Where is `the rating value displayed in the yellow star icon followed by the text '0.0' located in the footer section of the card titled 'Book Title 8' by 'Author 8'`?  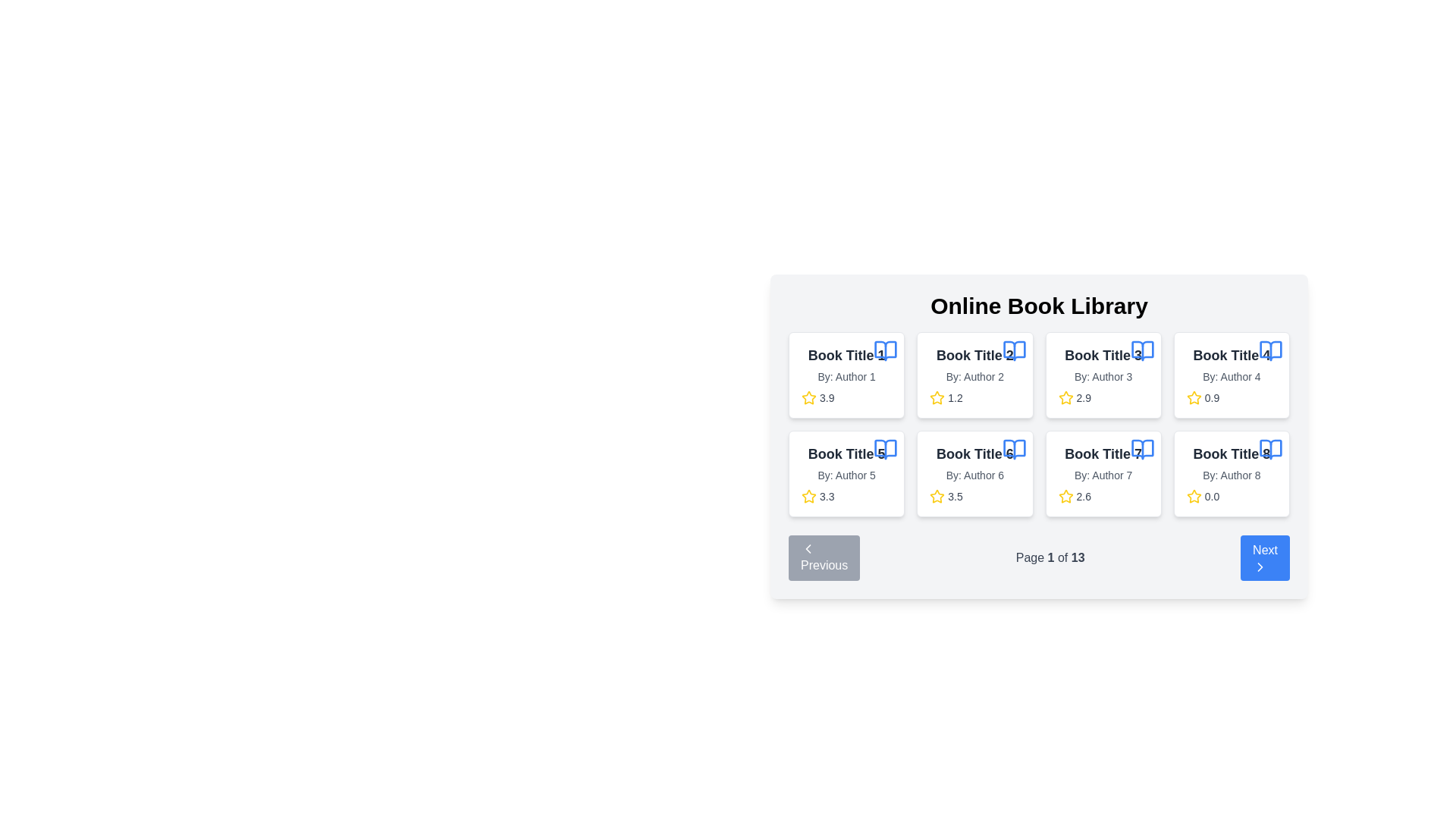 the rating value displayed in the yellow star icon followed by the text '0.0' located in the footer section of the card titled 'Book Title 8' by 'Author 8' is located at coordinates (1232, 497).